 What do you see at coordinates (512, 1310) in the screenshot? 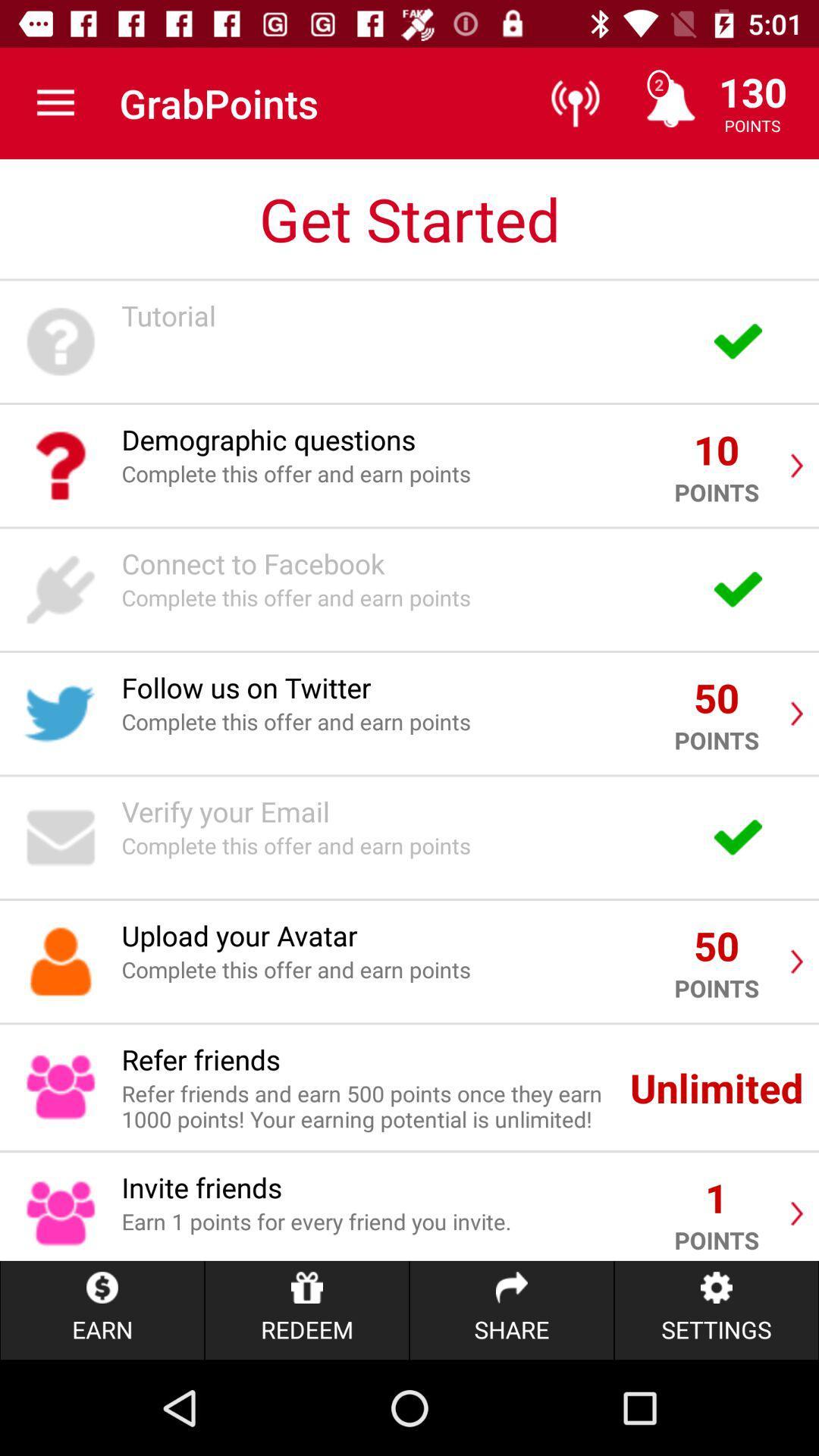
I see `item next to settings` at bounding box center [512, 1310].